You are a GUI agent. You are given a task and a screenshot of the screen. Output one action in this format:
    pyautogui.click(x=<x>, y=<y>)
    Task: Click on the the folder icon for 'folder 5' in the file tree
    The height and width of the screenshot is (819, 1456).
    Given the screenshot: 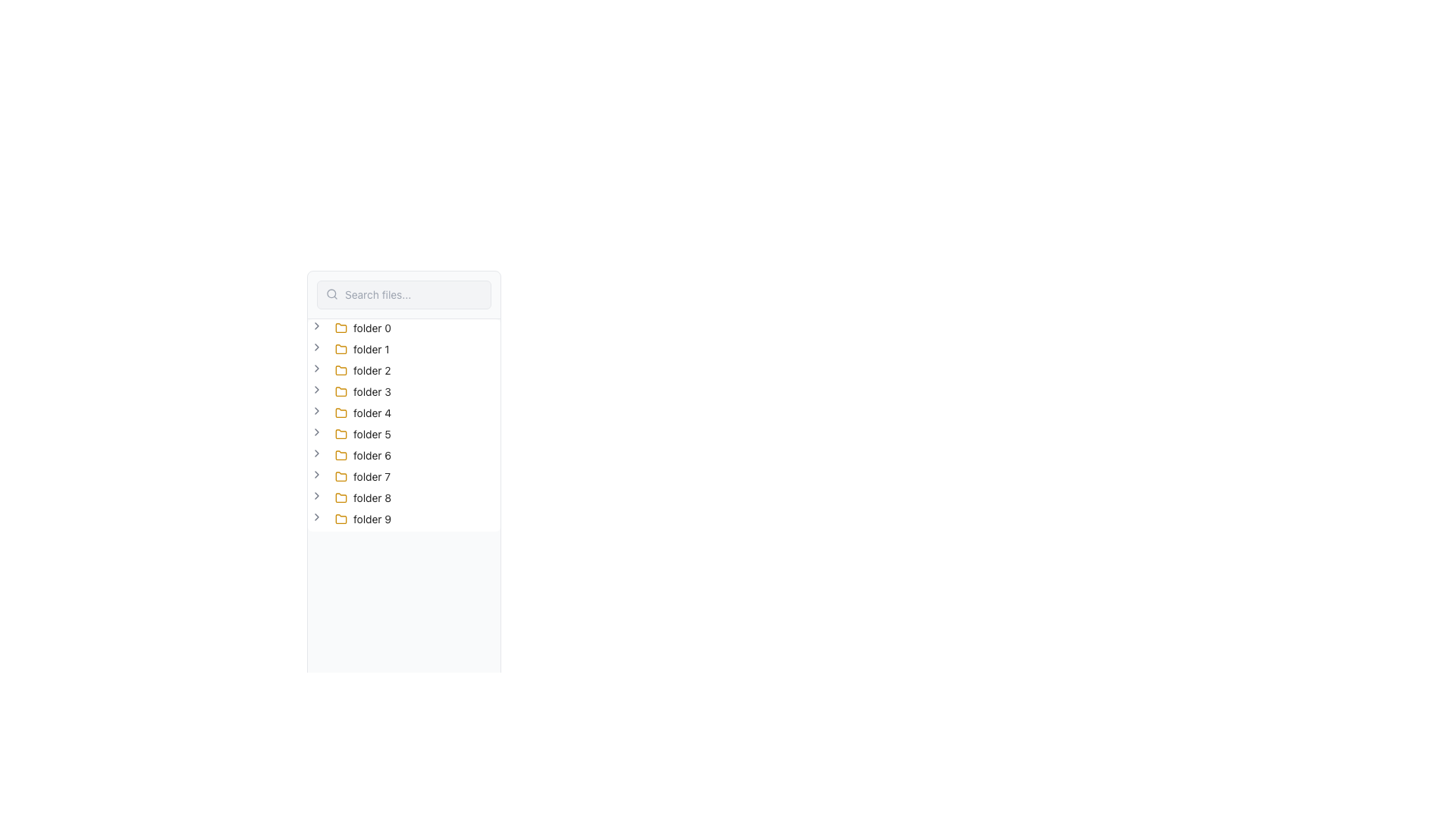 What is the action you would take?
    pyautogui.click(x=362, y=435)
    